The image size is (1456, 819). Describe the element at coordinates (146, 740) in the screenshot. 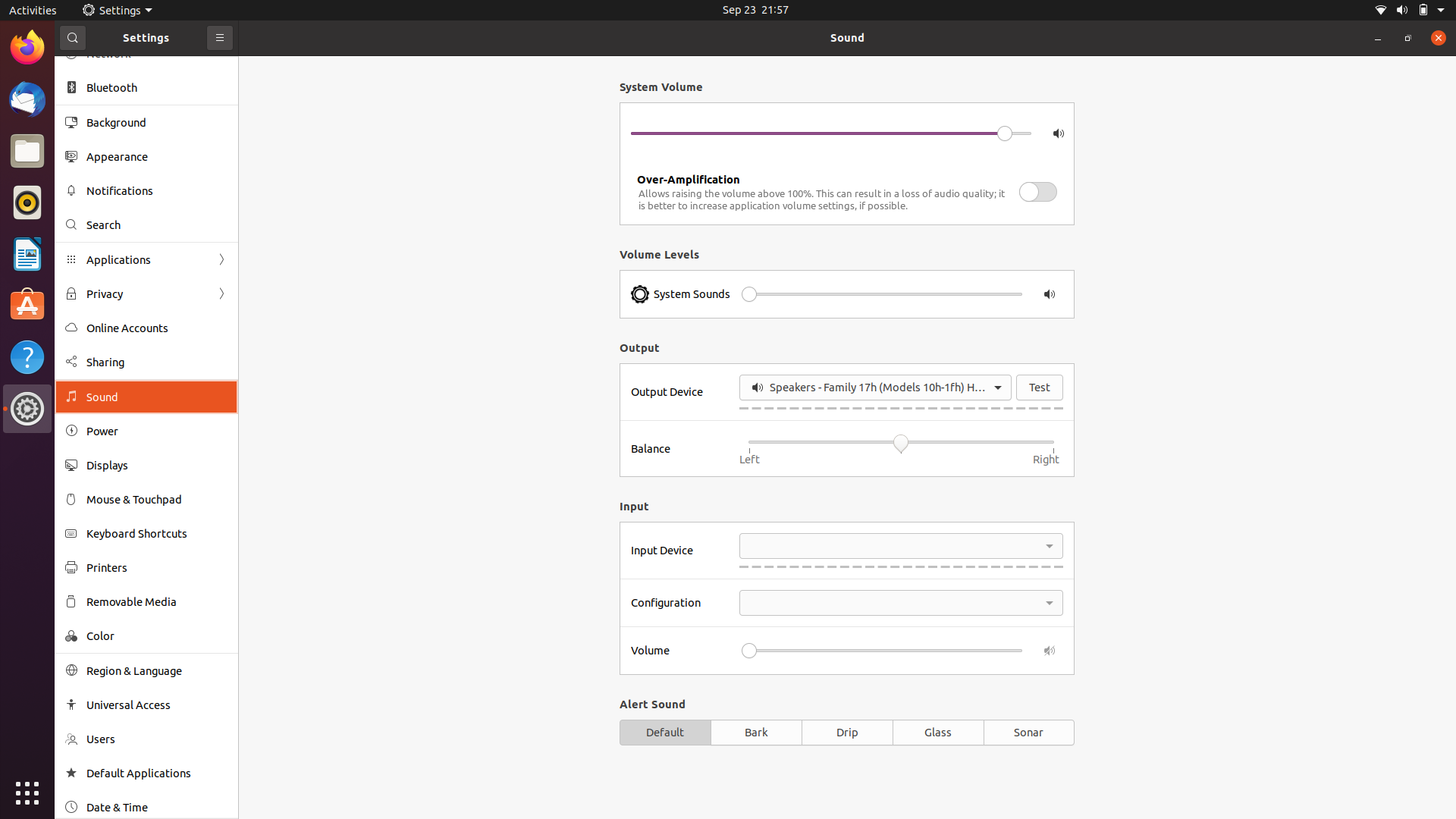

I see `Users to open settings` at that location.